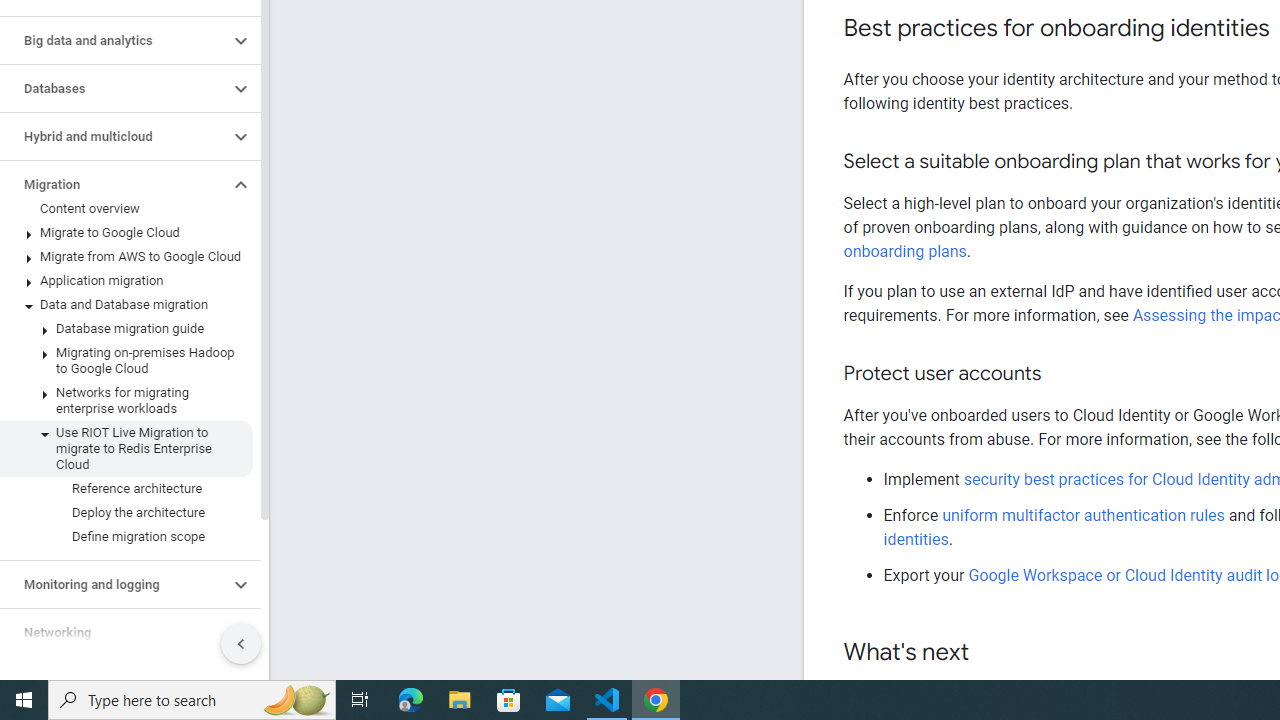 The image size is (1280, 720). What do you see at coordinates (125, 535) in the screenshot?
I see `'Define migration scope'` at bounding box center [125, 535].